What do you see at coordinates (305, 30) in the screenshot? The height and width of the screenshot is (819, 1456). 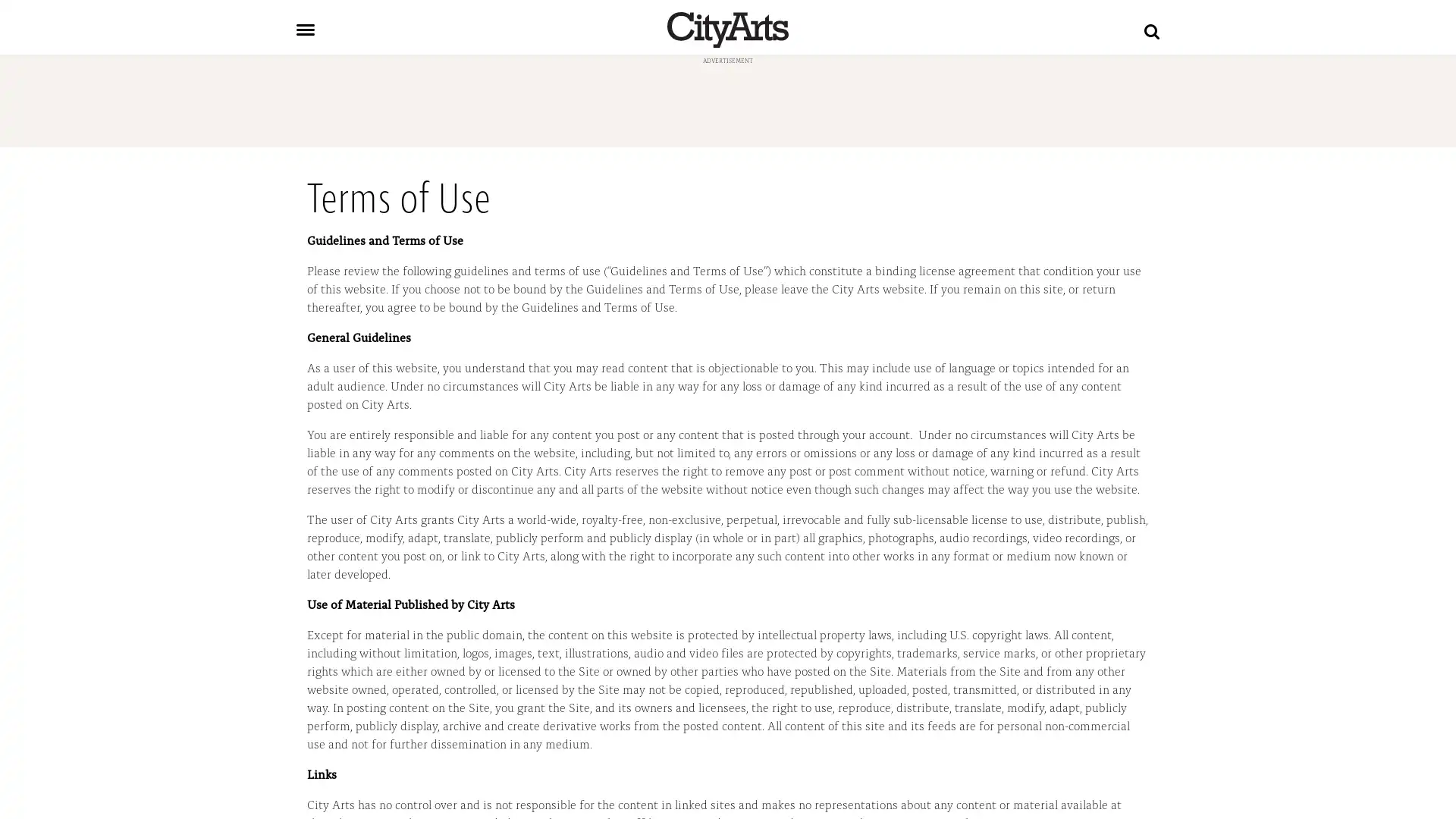 I see `Toggle navigation` at bounding box center [305, 30].